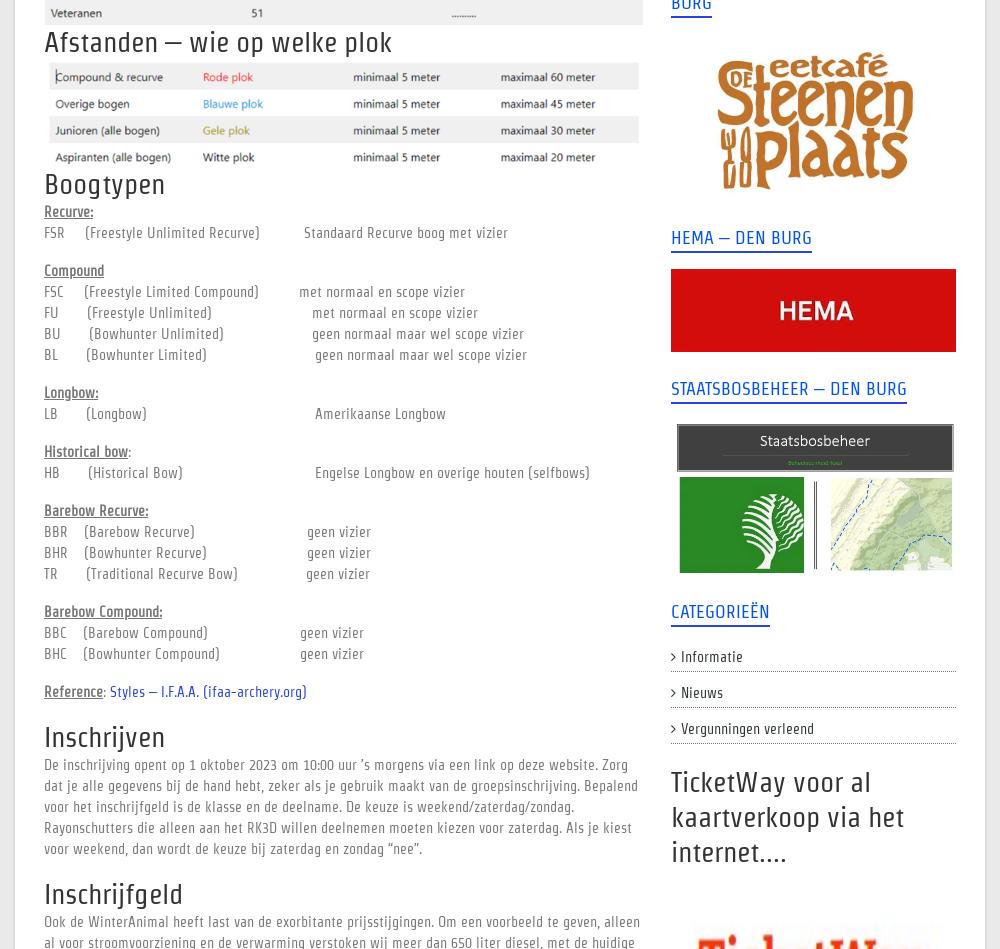 The image size is (1000, 949). What do you see at coordinates (206, 551) in the screenshot?
I see `'BHR    (Bowhunter Recurve)                         geen vizier'` at bounding box center [206, 551].